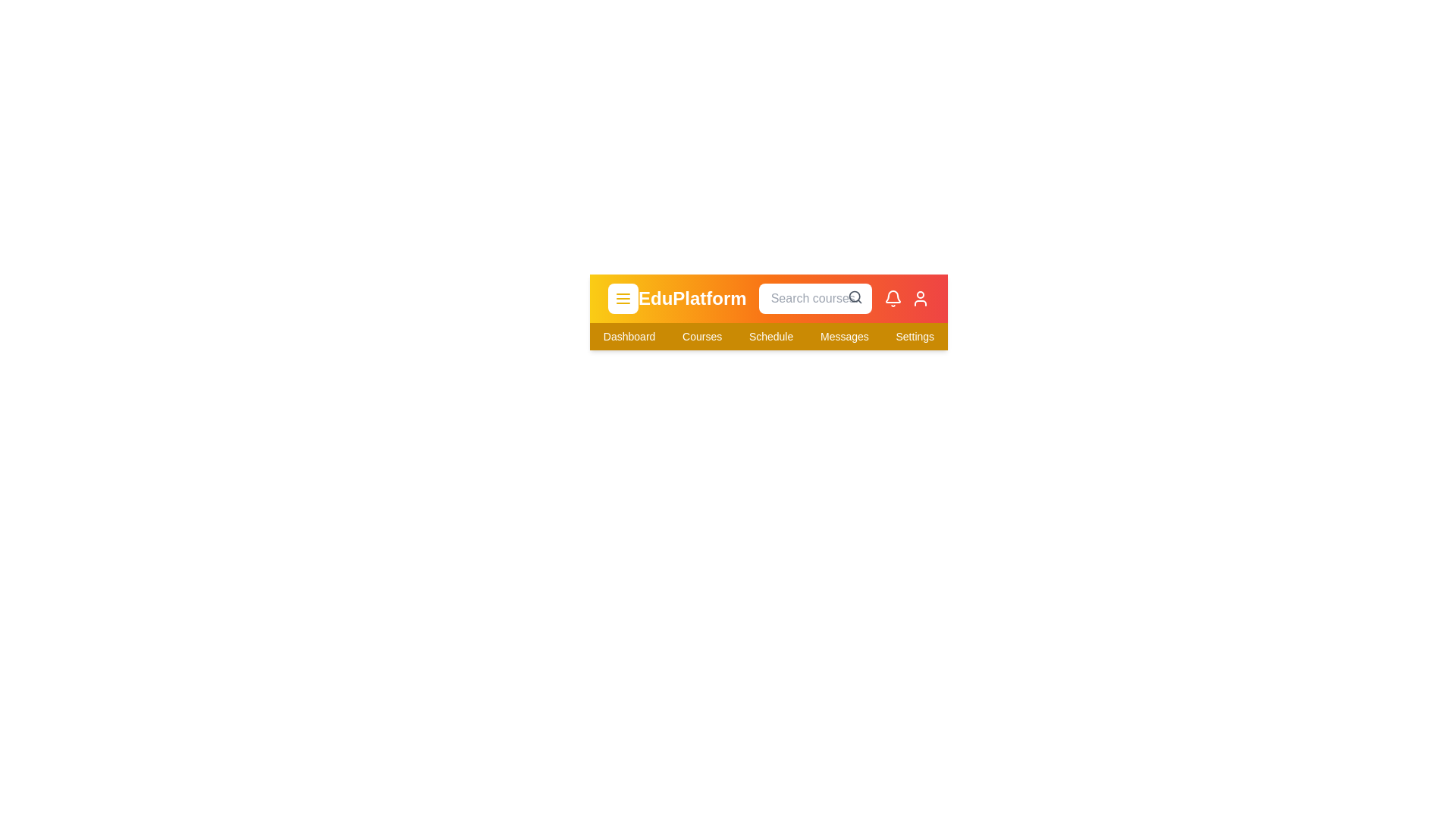 Image resolution: width=1456 pixels, height=819 pixels. What do you see at coordinates (843, 335) in the screenshot?
I see `the navigation item Messages` at bounding box center [843, 335].